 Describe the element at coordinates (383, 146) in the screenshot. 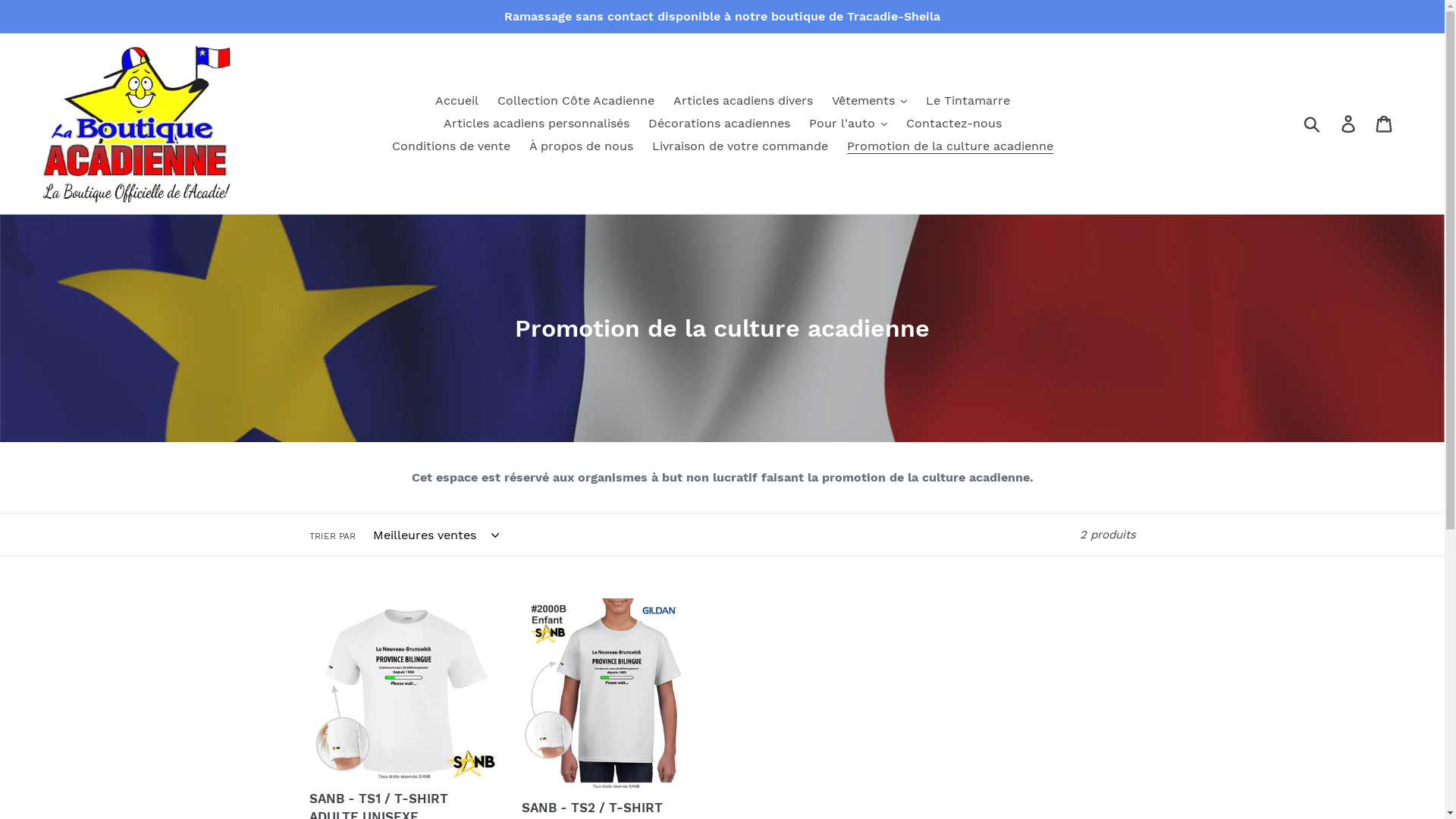

I see `'Conditions de vente'` at that location.